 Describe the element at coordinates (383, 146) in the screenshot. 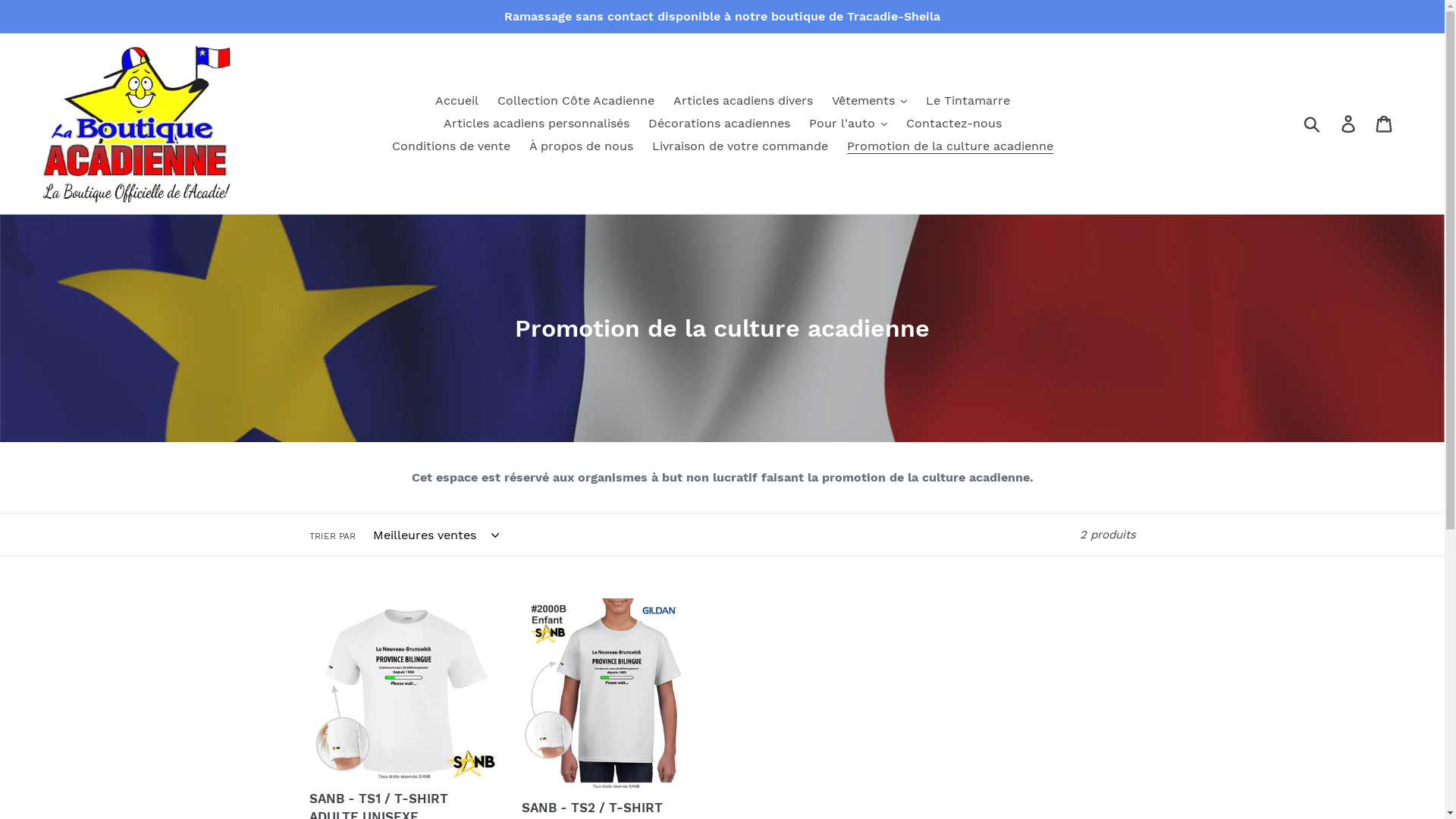

I see `'Conditions de vente'` at that location.